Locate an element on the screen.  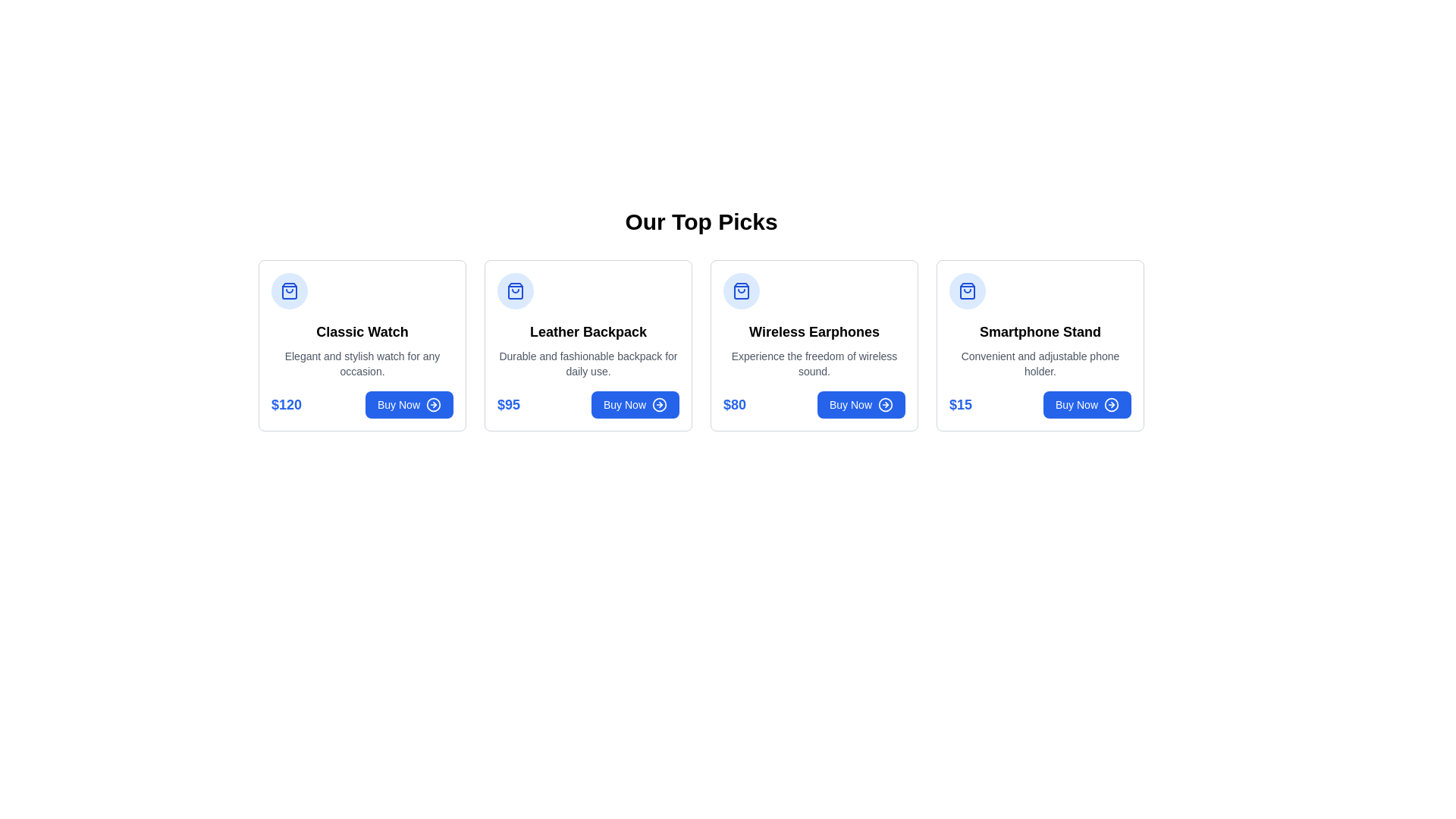
the 'Buy Now' button in the product card for 'Wireless Earphones', located below the description text and above the card's bottom margin is located at coordinates (814, 403).